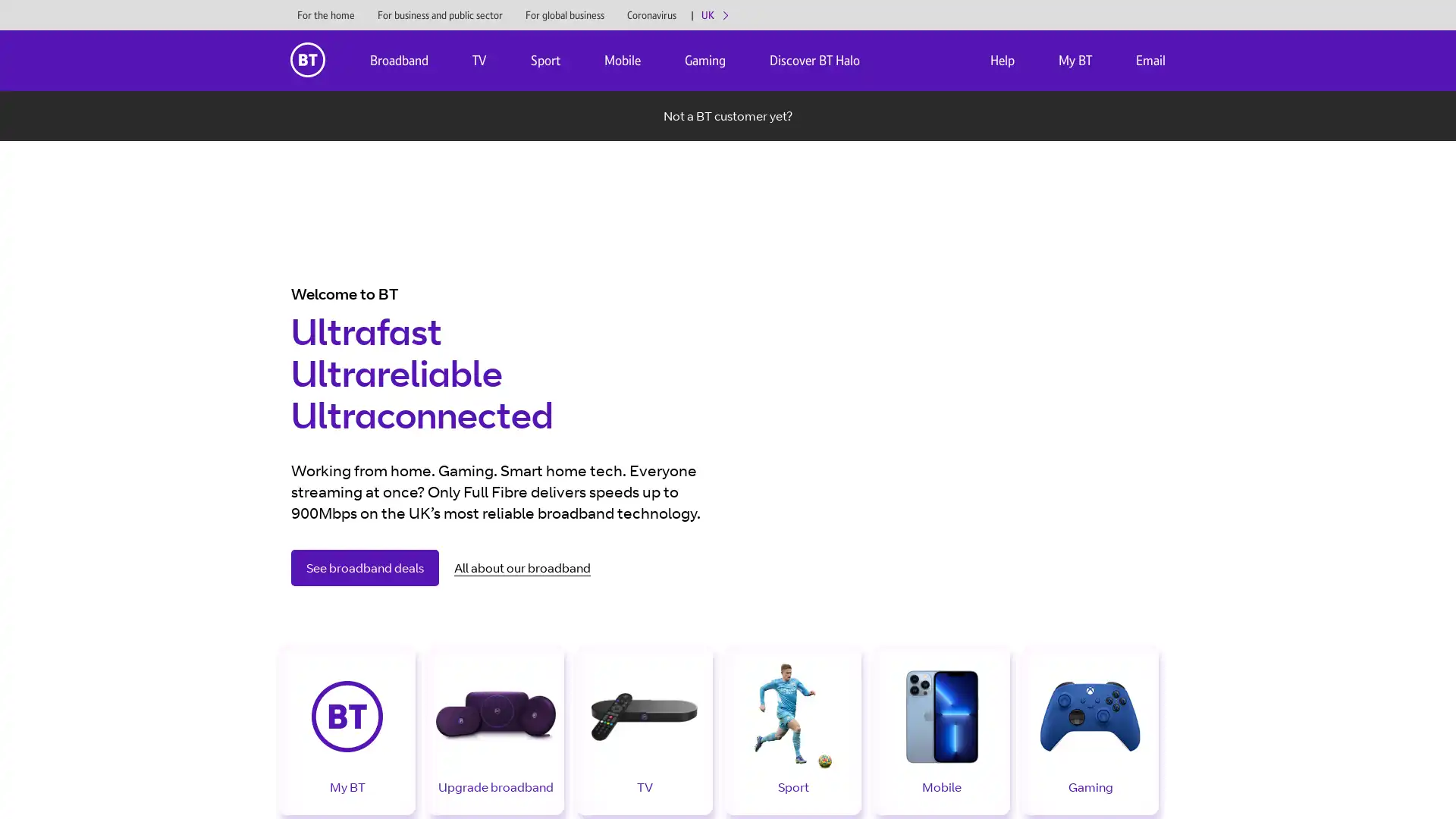 The width and height of the screenshot is (1456, 819). I want to click on Not a BT customer yet?, so click(728, 115).